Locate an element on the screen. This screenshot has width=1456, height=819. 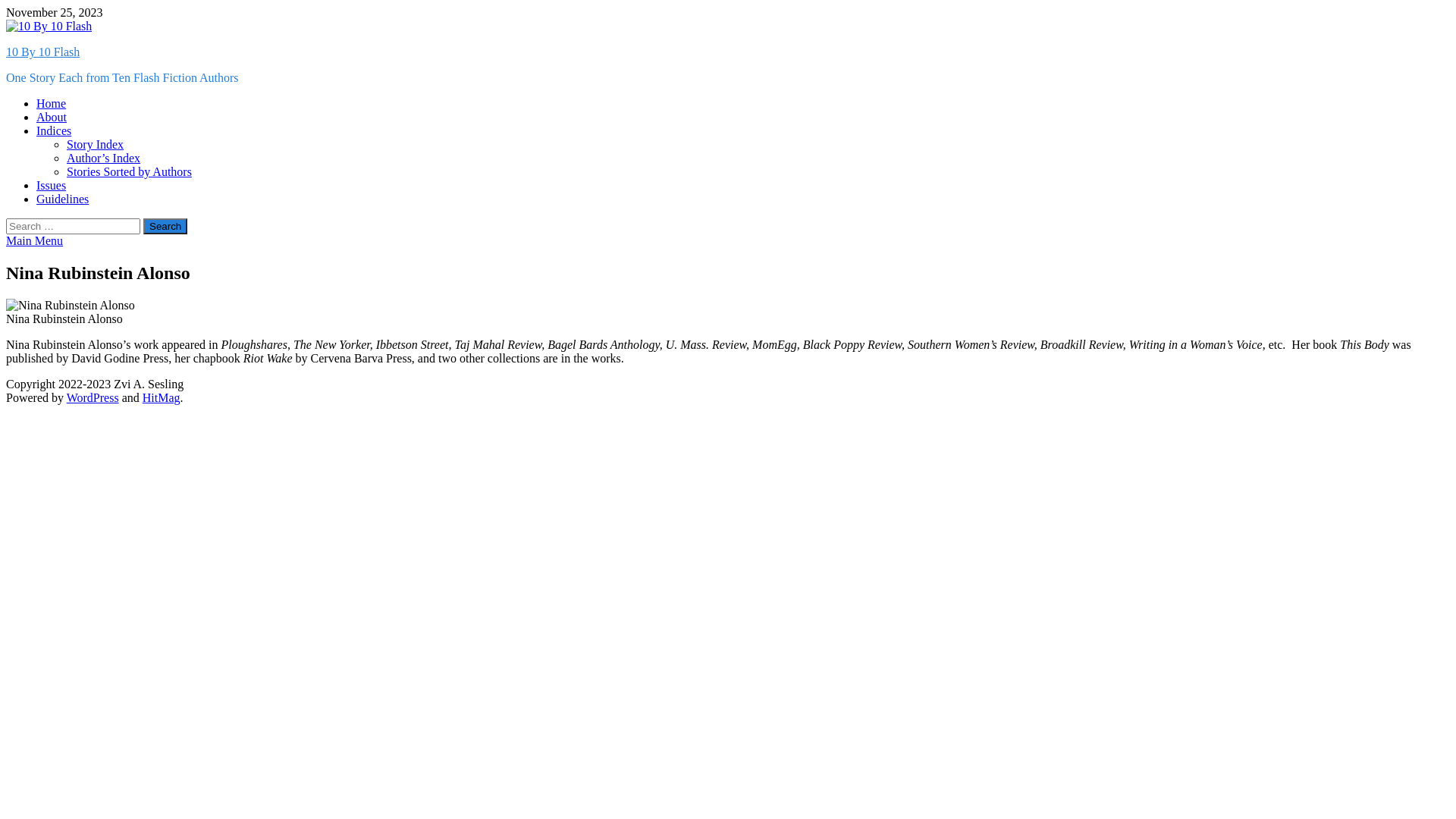
'Story Index' is located at coordinates (94, 144).